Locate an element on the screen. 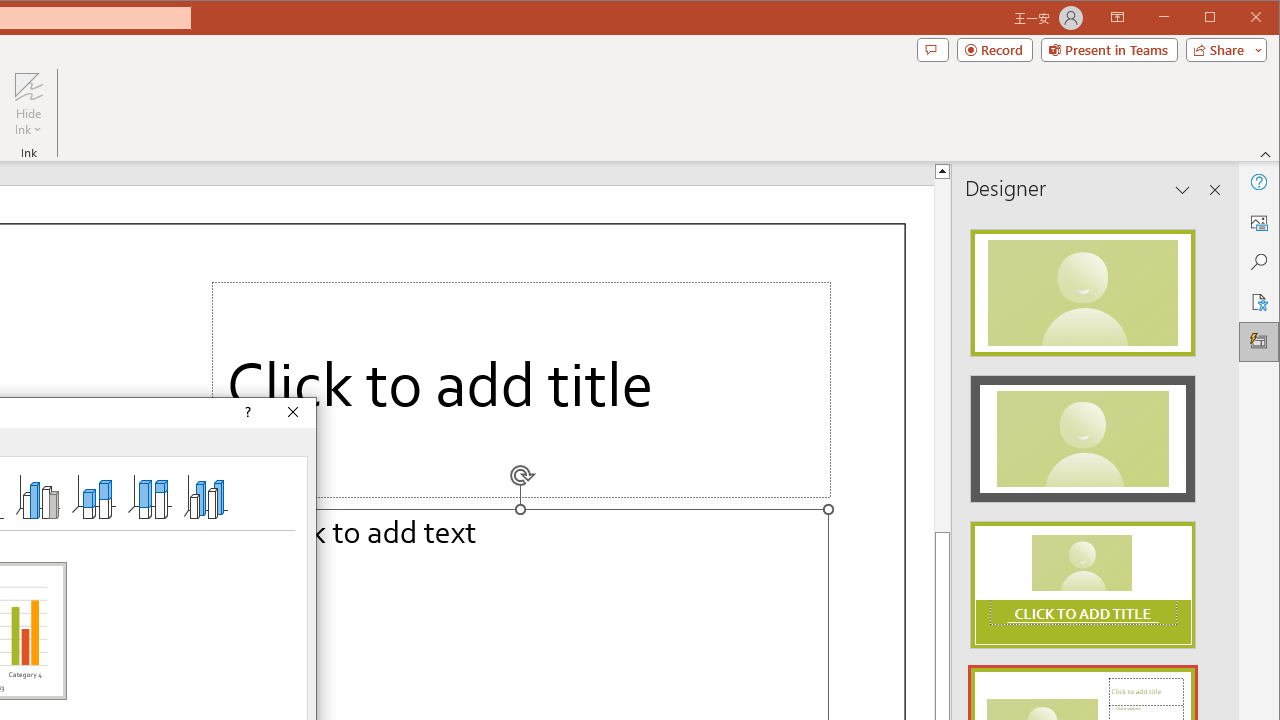 The image size is (1280, 720). 'Context help' is located at coordinates (245, 411).